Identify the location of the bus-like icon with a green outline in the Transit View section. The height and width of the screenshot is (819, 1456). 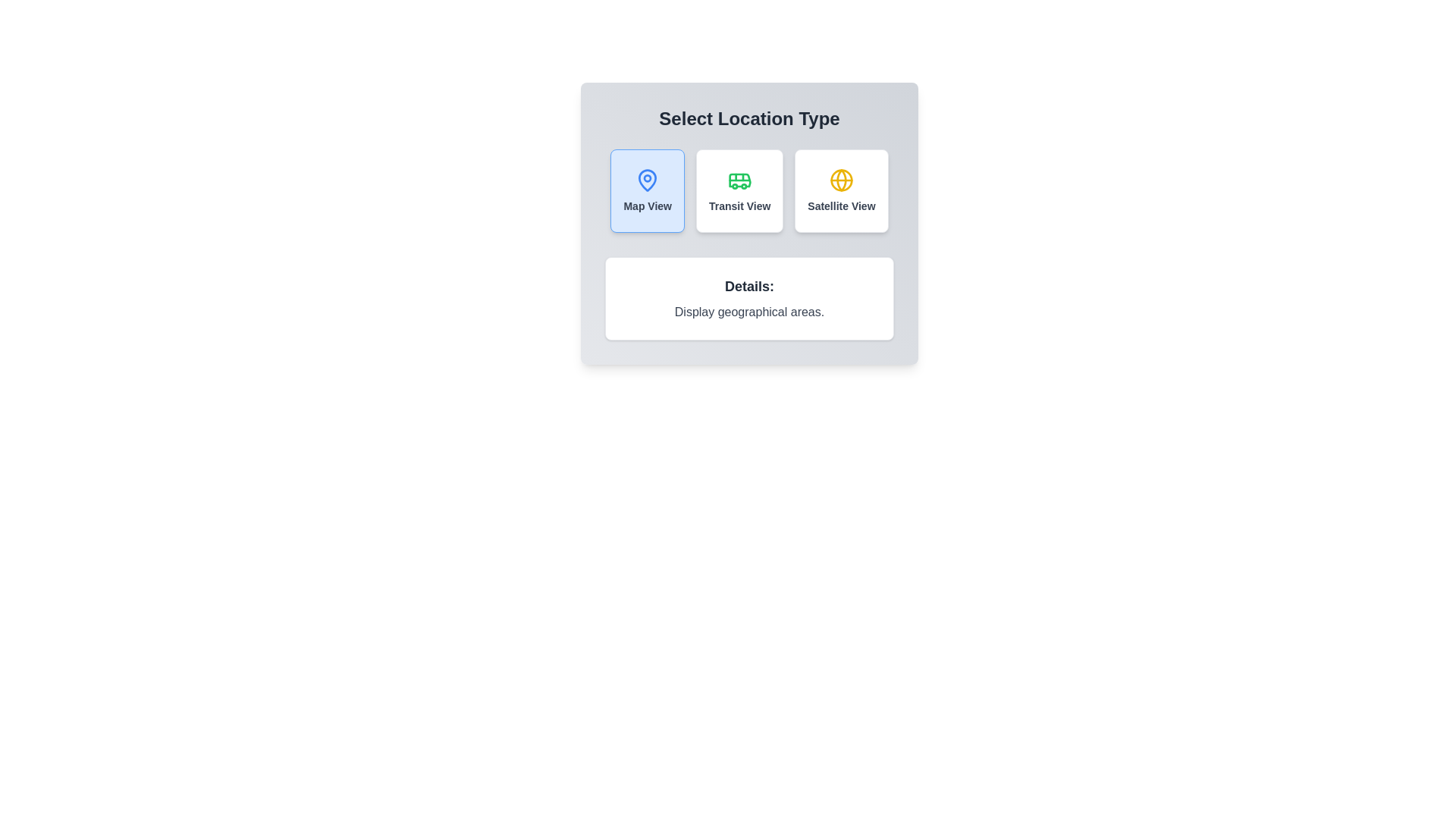
(739, 180).